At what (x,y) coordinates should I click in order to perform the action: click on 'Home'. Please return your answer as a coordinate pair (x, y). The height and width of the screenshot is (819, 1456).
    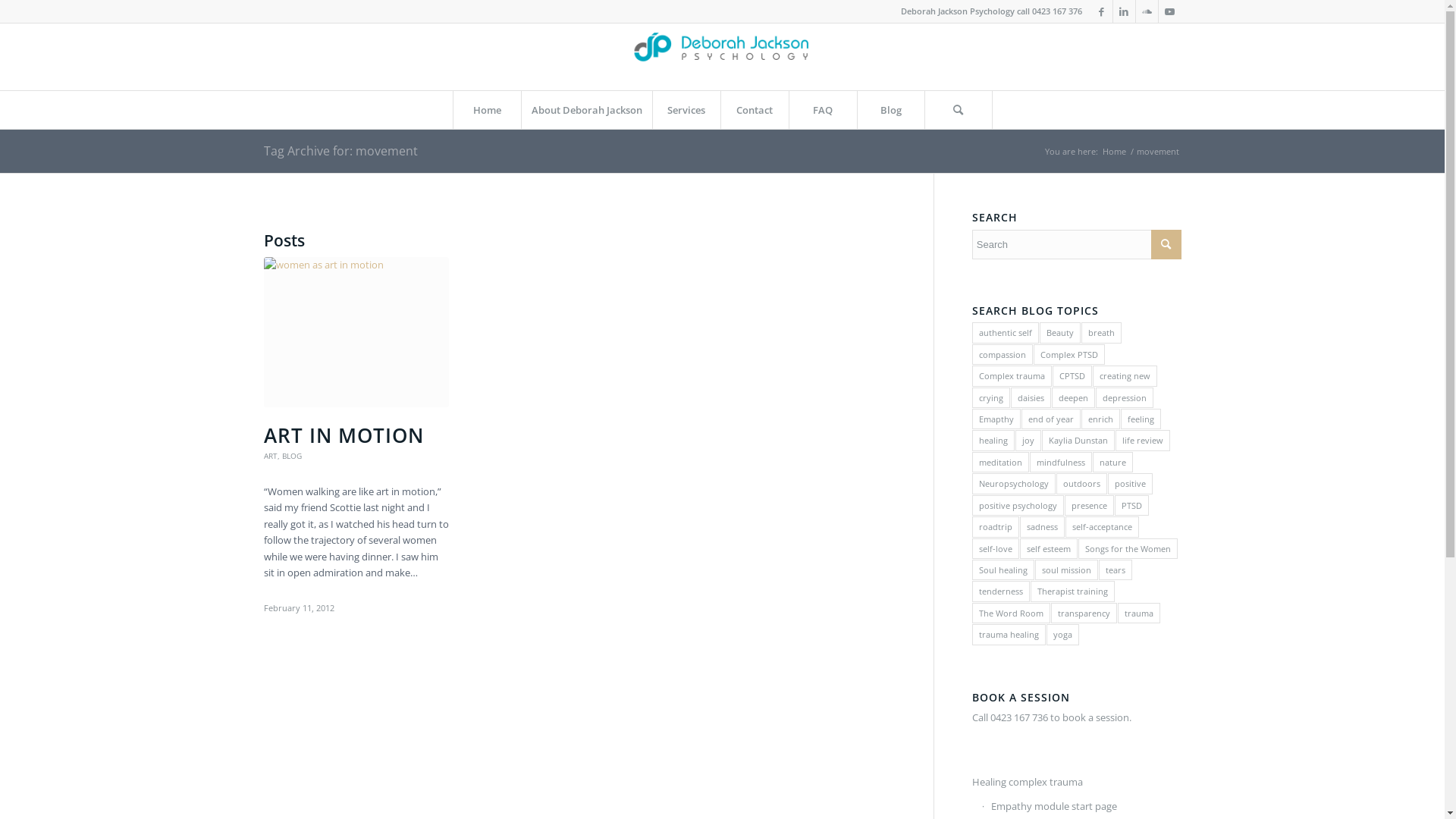
    Looking at the image, I should click on (1113, 151).